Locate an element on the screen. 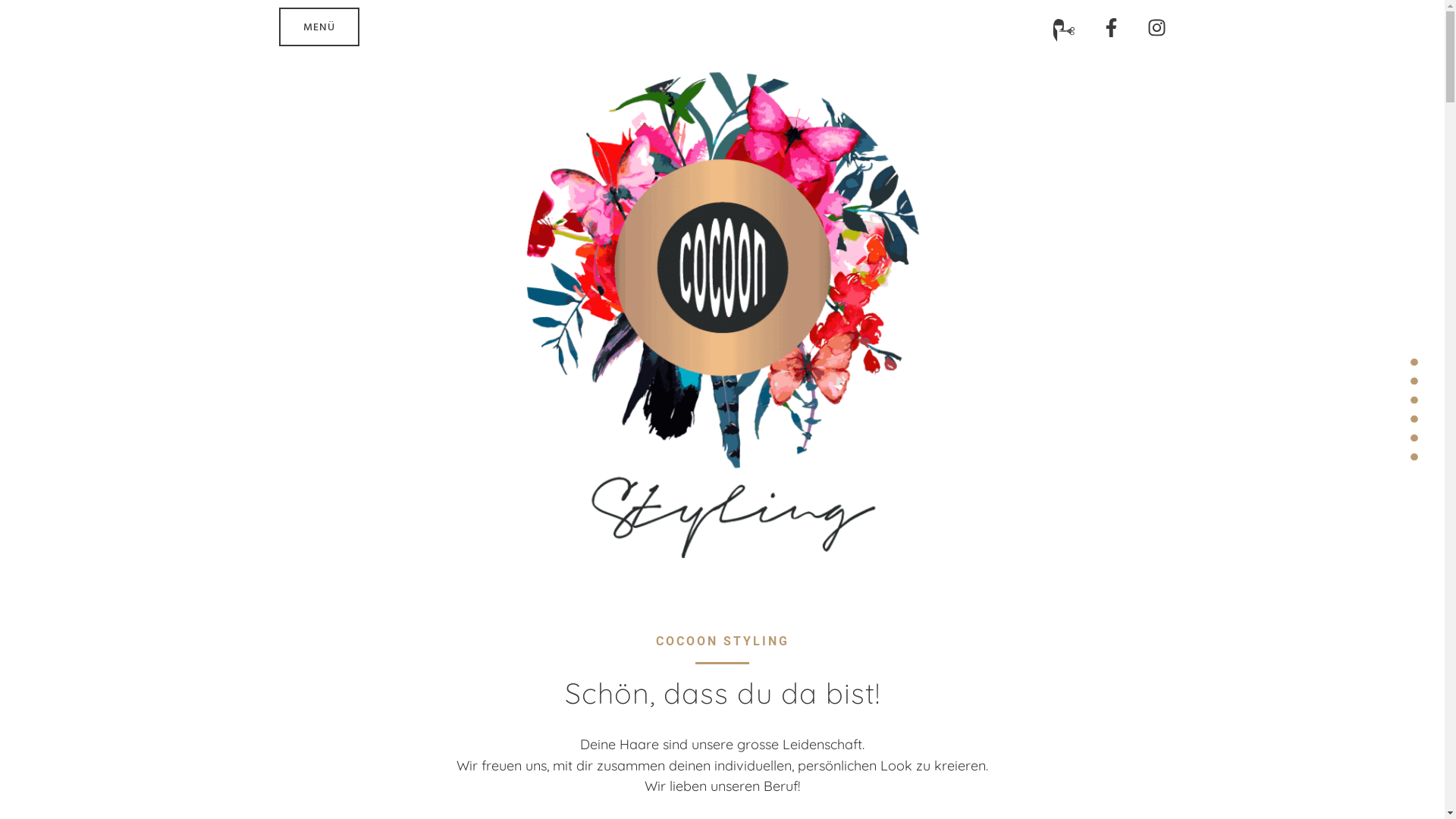  'Facebook-f' is located at coordinates (1110, 27).